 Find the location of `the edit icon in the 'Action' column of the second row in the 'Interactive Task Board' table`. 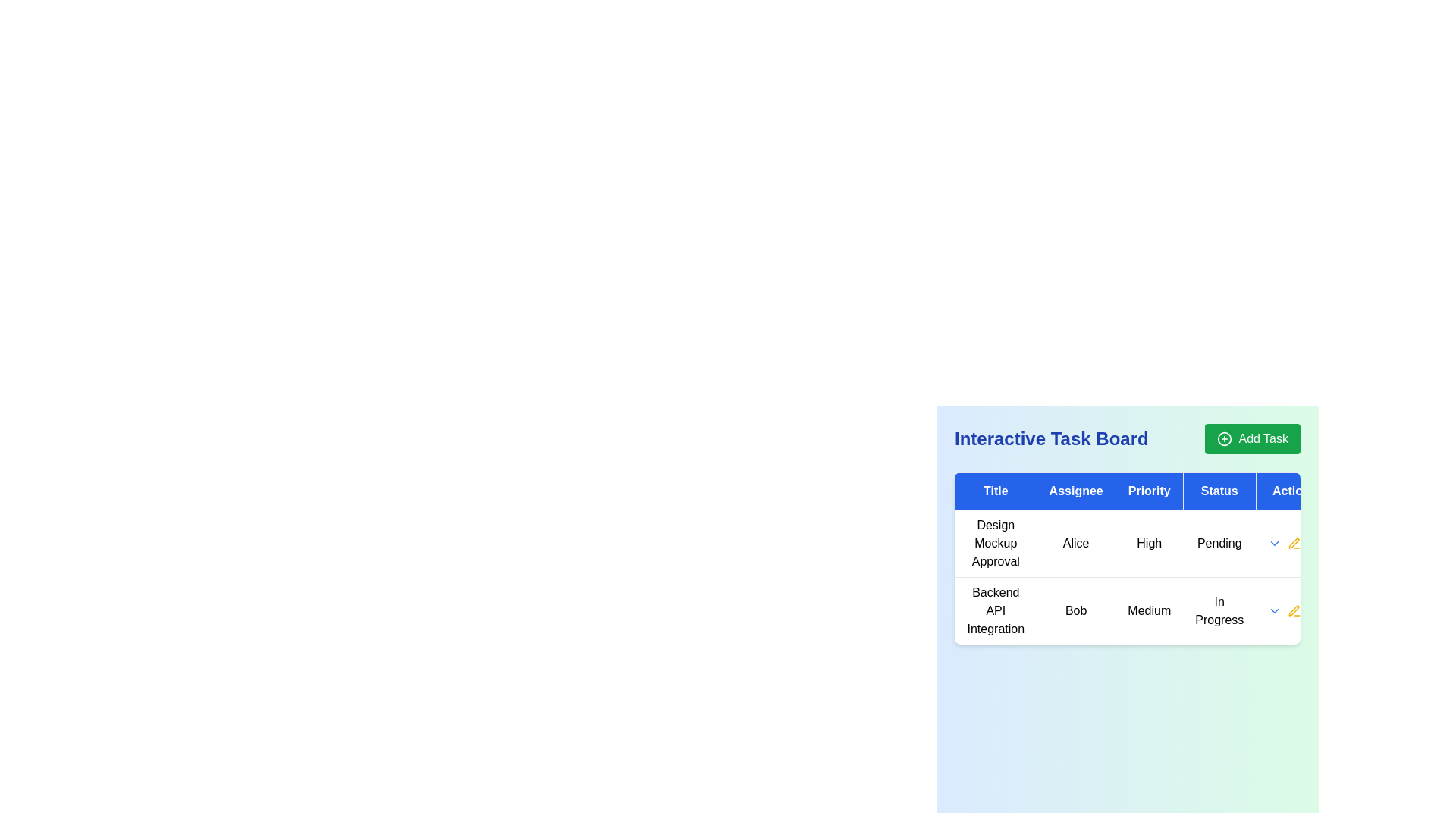

the edit icon in the 'Action' column of the second row in the 'Interactive Task Board' table is located at coordinates (1294, 543).